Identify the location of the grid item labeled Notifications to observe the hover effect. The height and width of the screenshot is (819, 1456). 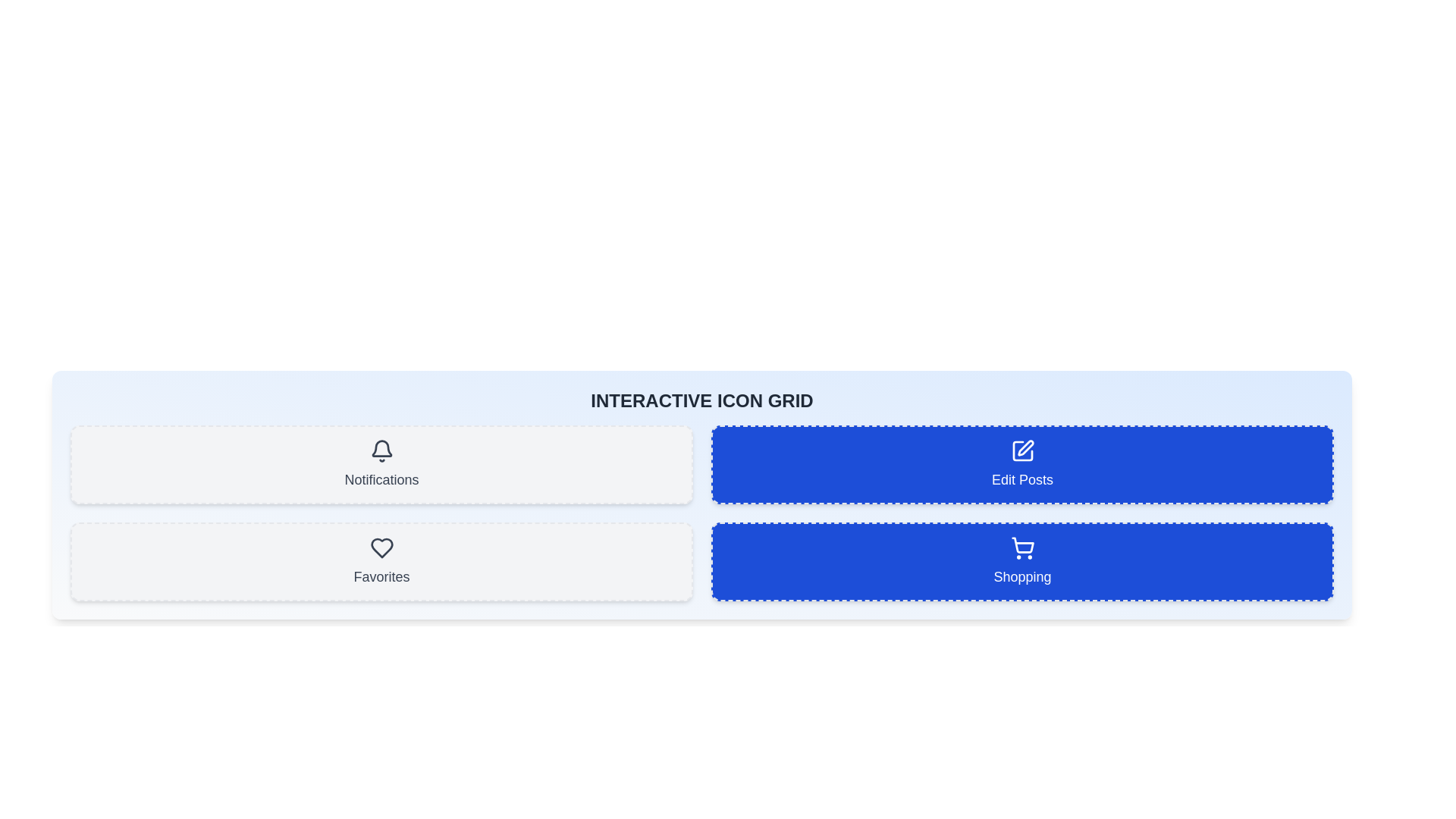
(381, 464).